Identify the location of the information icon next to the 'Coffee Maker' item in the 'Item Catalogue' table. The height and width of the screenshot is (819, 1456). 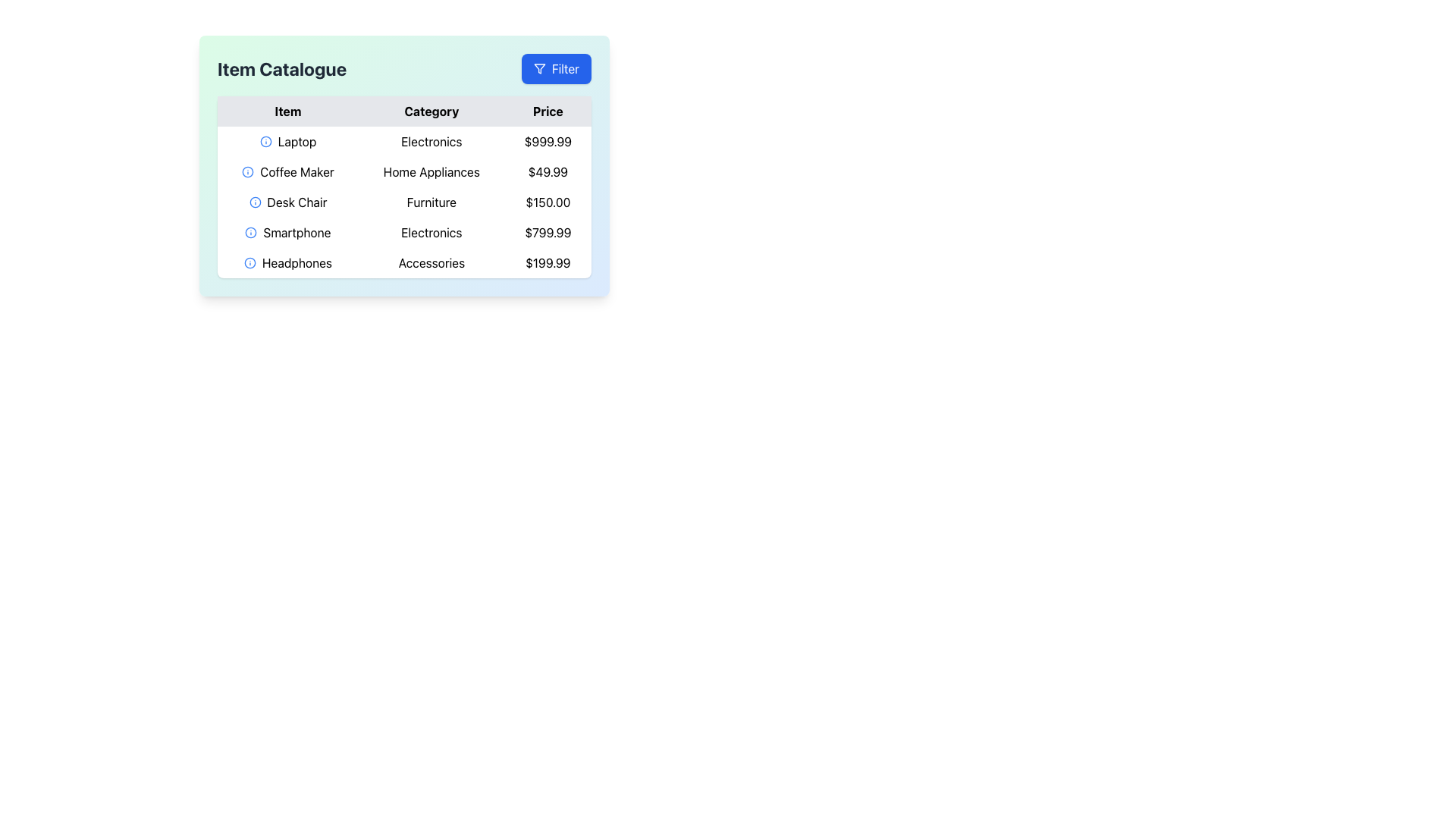
(248, 171).